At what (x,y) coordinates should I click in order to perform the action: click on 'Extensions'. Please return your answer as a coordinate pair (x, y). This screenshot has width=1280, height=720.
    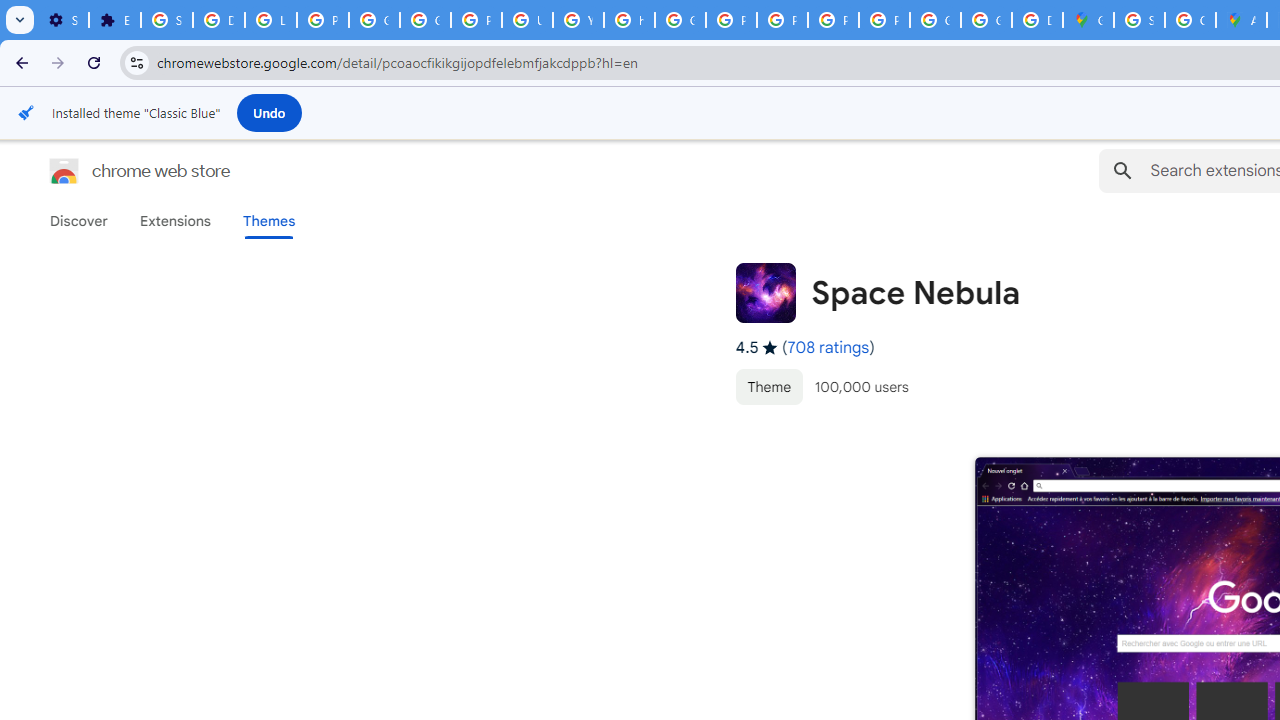
    Looking at the image, I should click on (174, 221).